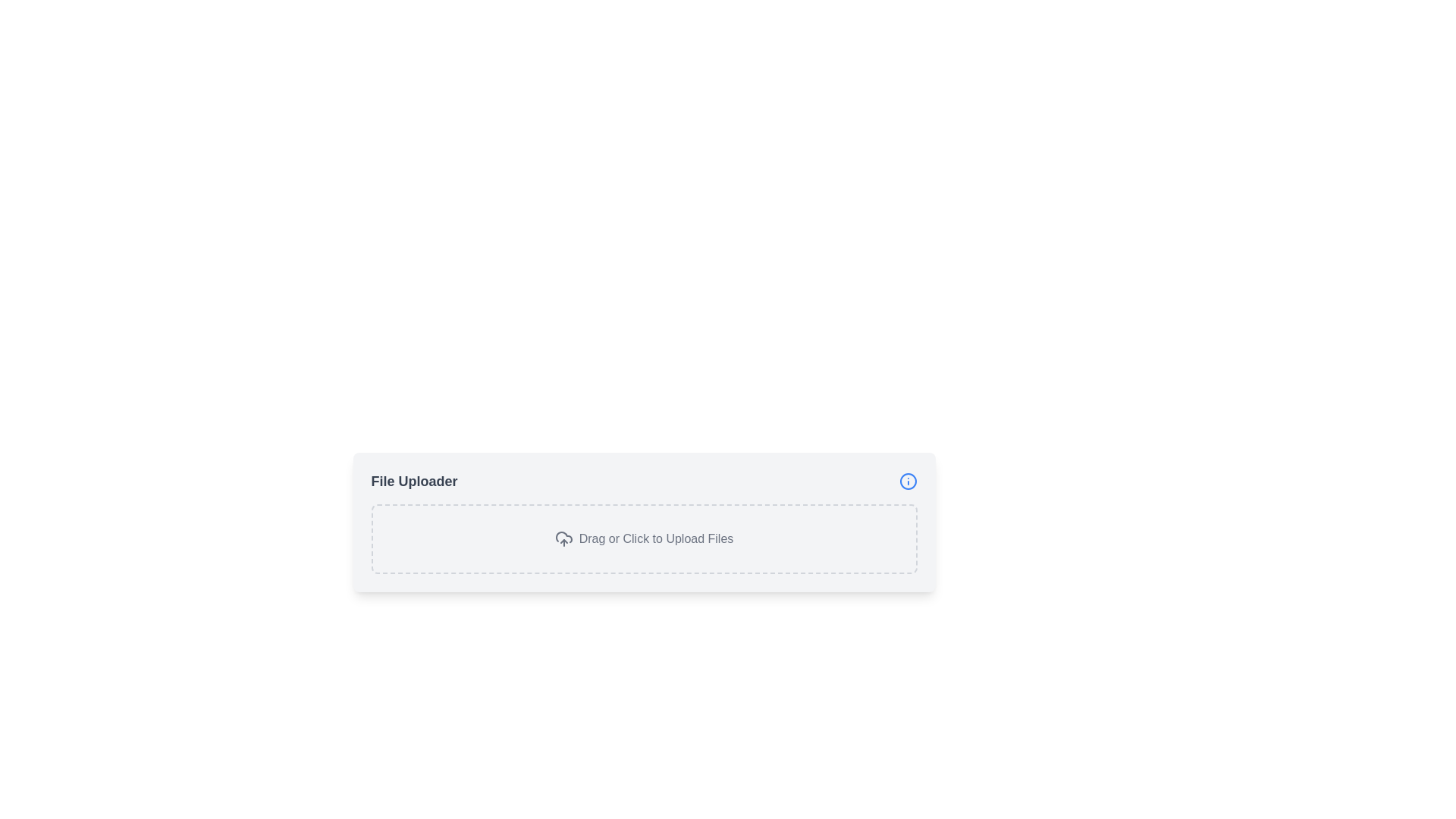 This screenshot has height=819, width=1456. I want to click on the upload icon located to the left of the 'Drag or Click to Upload Files' text within the file uploader UI component, so click(563, 538).